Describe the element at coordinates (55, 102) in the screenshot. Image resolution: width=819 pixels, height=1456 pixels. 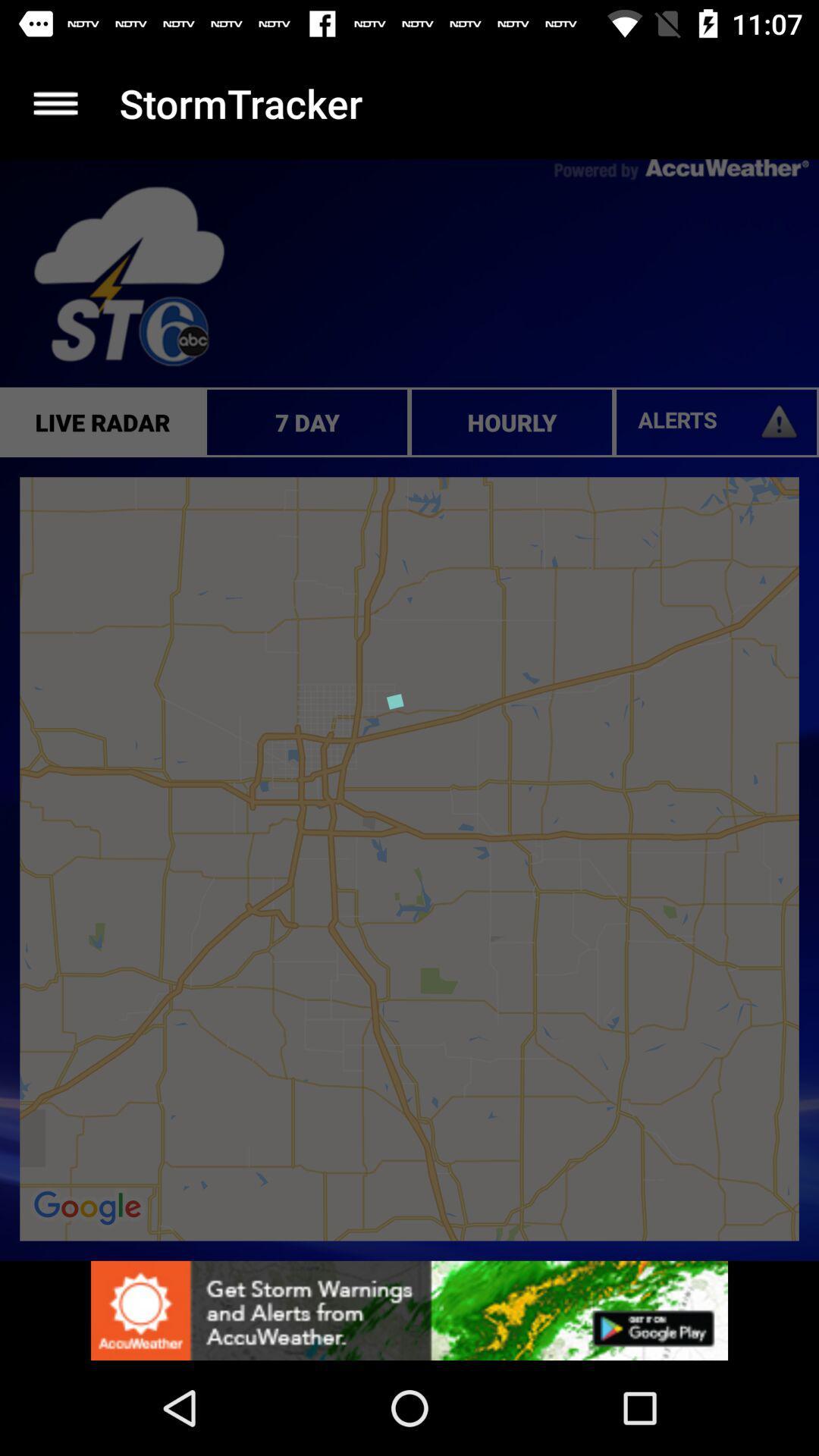
I see `the menu icon` at that location.